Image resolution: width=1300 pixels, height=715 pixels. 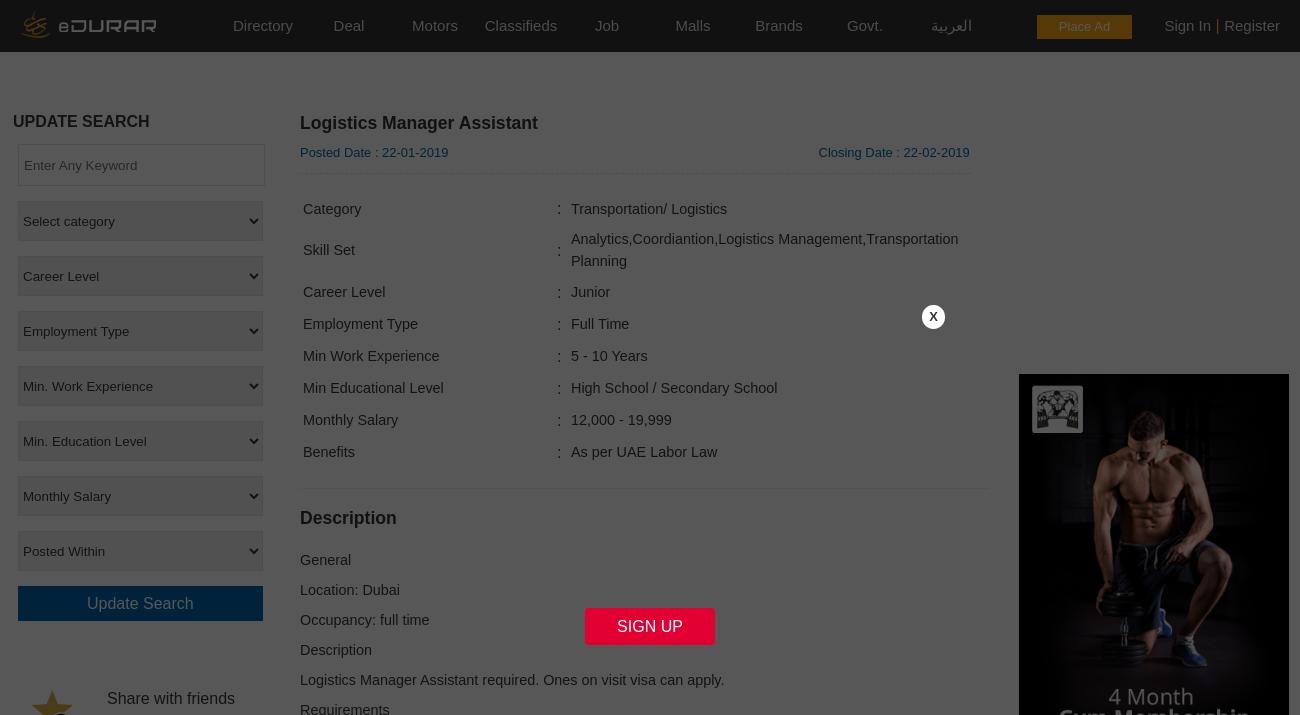 I want to click on 'Min Educational Level', so click(x=303, y=387).